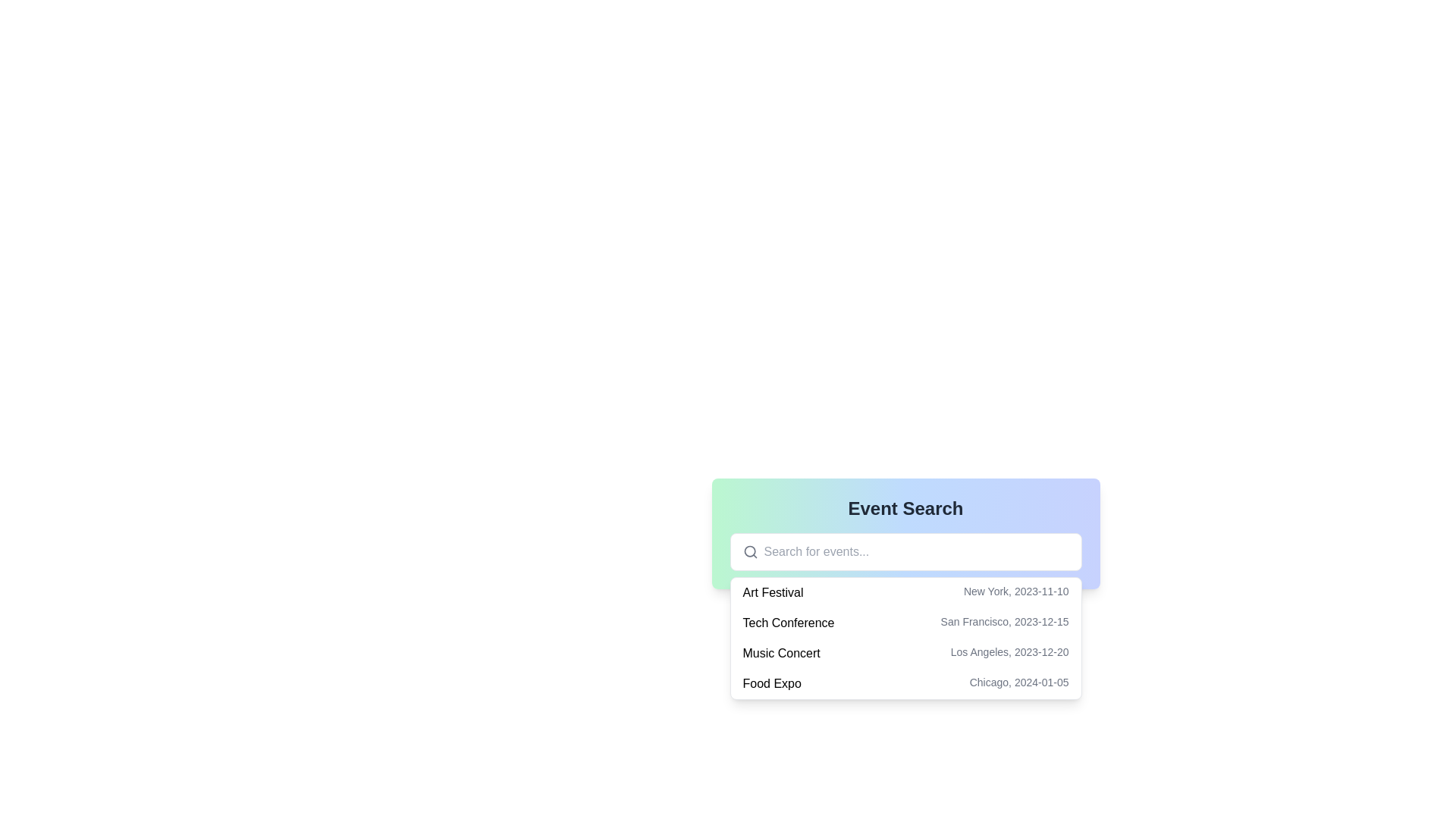 This screenshot has width=1456, height=819. Describe the element at coordinates (905, 652) in the screenshot. I see `the third item in the dropdown menu that displays 'Music Concert' and 'Los Angeles, 2023-12-20'` at that location.